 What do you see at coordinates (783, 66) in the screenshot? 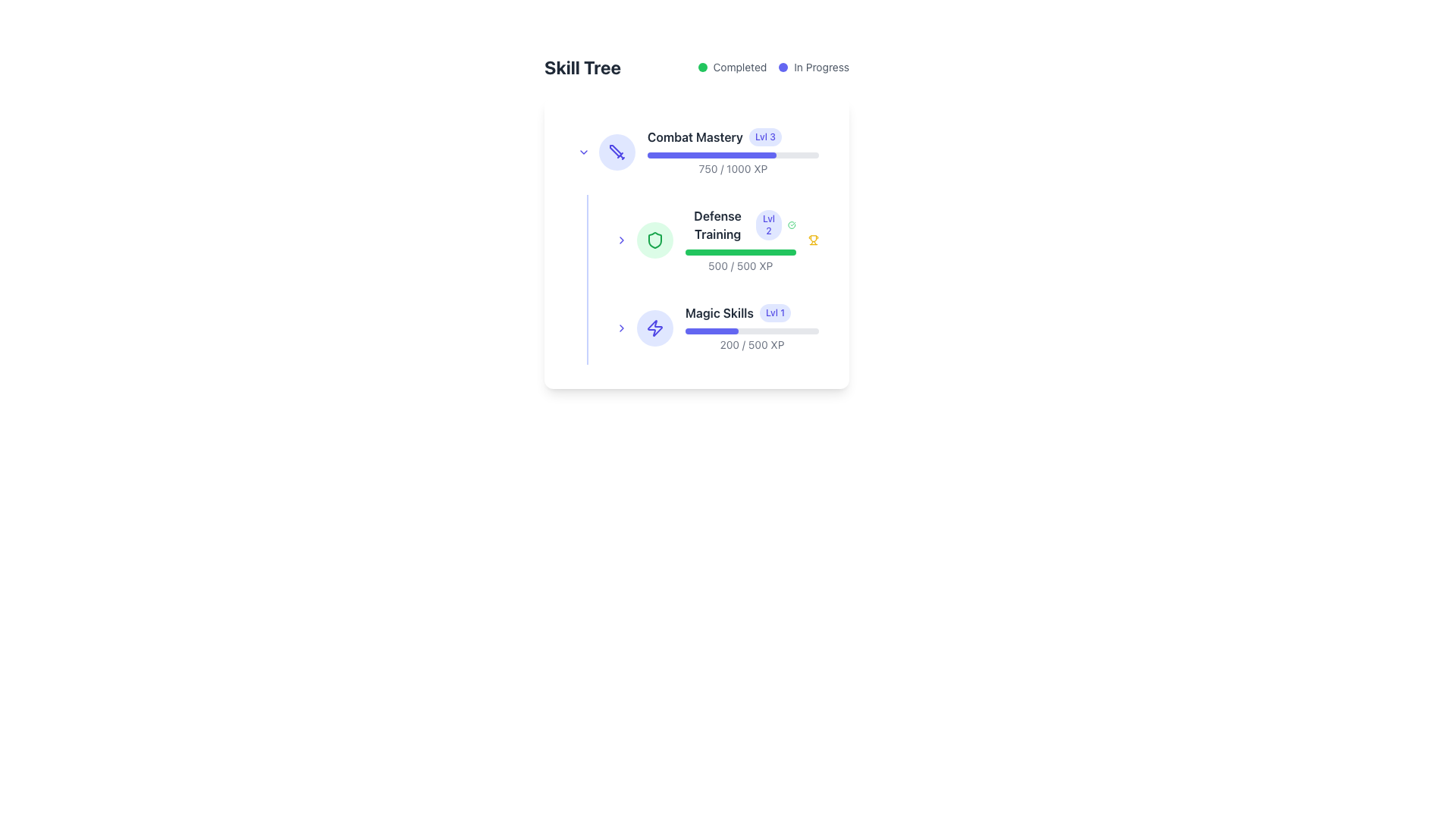
I see `the small circular indigo indicator located to the left of the text label 'In Progress'` at bounding box center [783, 66].